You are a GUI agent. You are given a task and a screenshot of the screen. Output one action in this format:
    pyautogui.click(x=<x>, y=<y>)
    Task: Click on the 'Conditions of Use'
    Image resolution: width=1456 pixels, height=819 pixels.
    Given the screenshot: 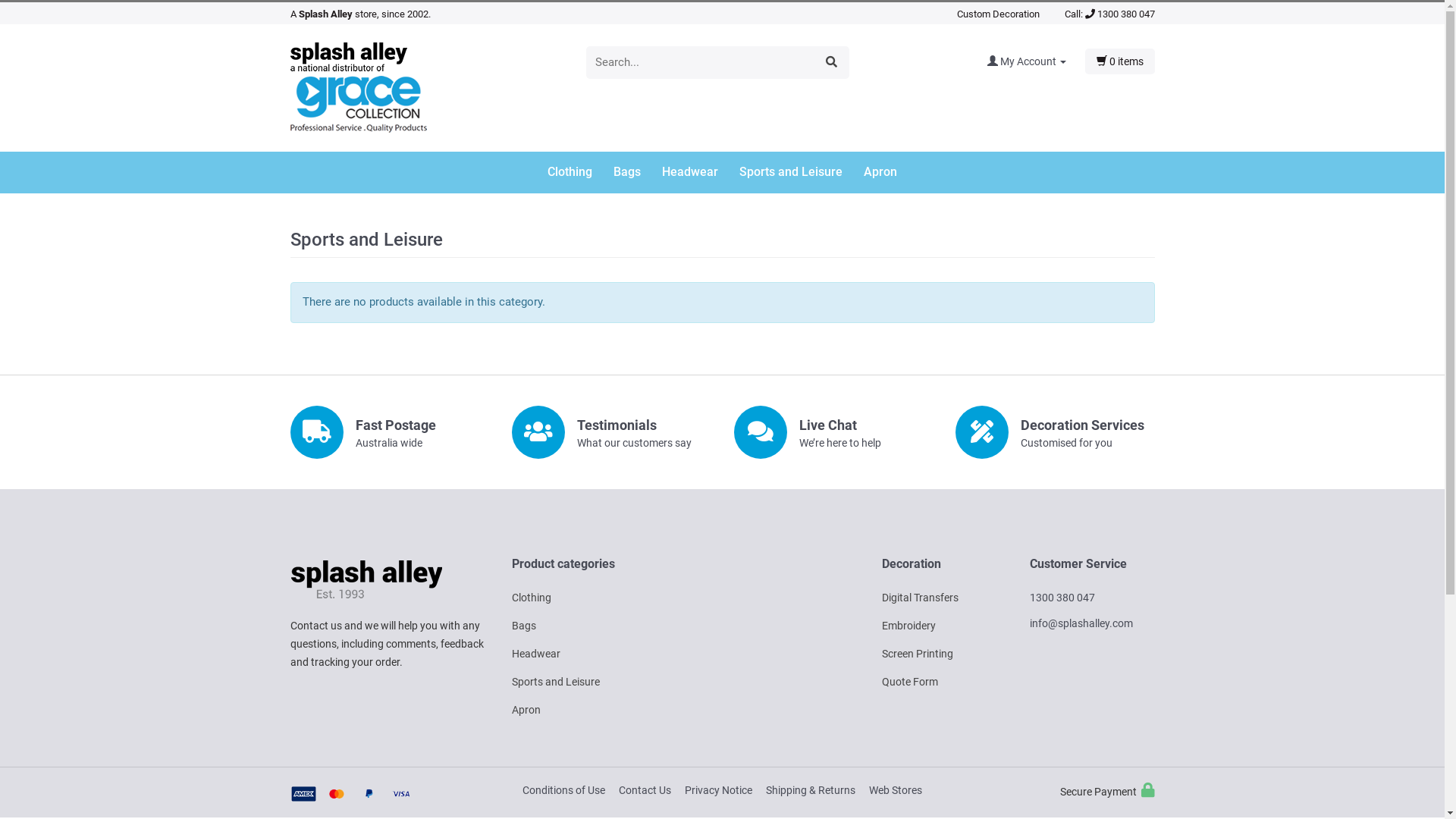 What is the action you would take?
    pyautogui.click(x=563, y=789)
    